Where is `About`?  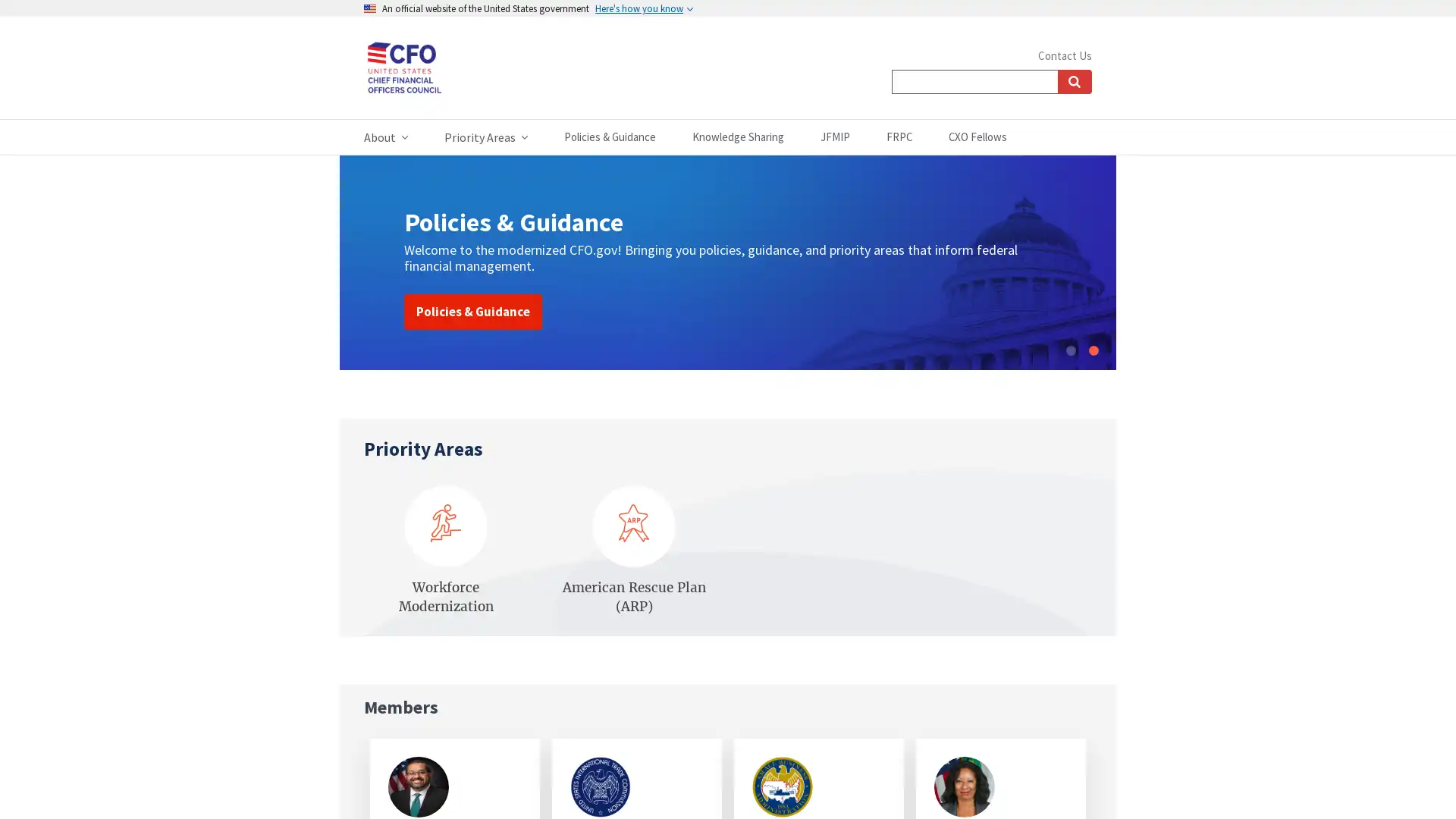 About is located at coordinates (385, 136).